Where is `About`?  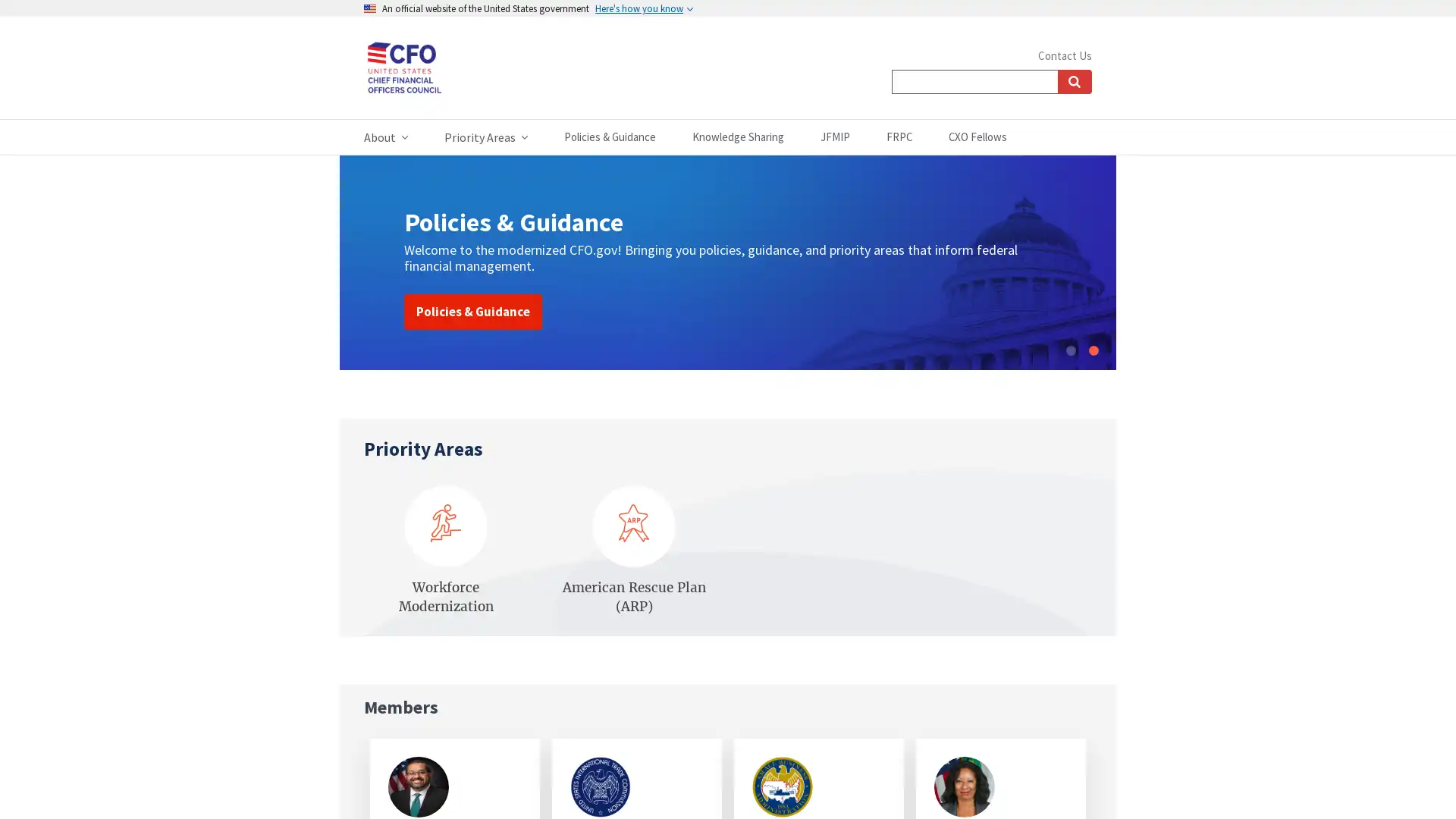 About is located at coordinates (385, 136).